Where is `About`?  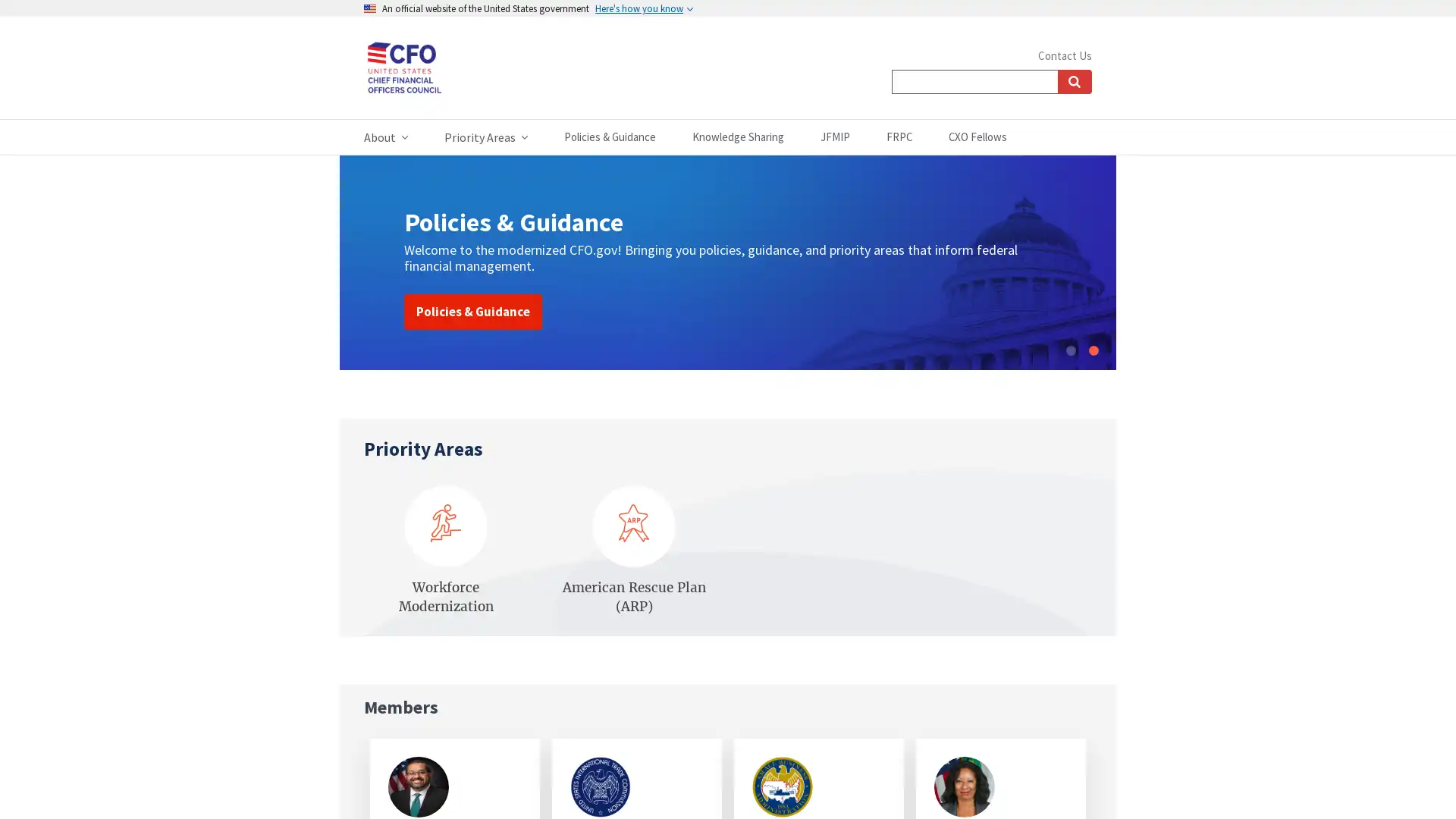 About is located at coordinates (385, 136).